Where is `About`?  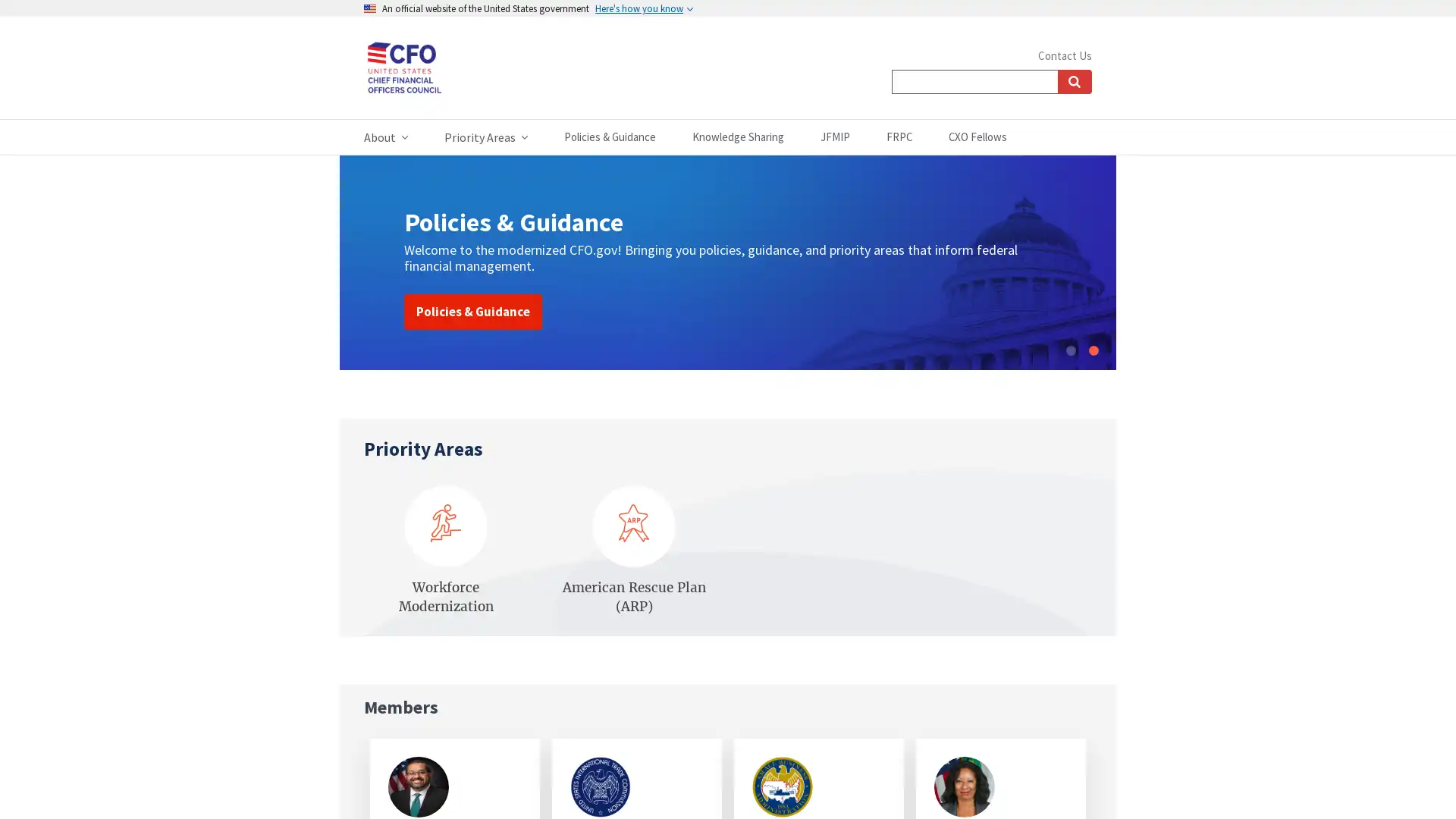 About is located at coordinates (385, 136).